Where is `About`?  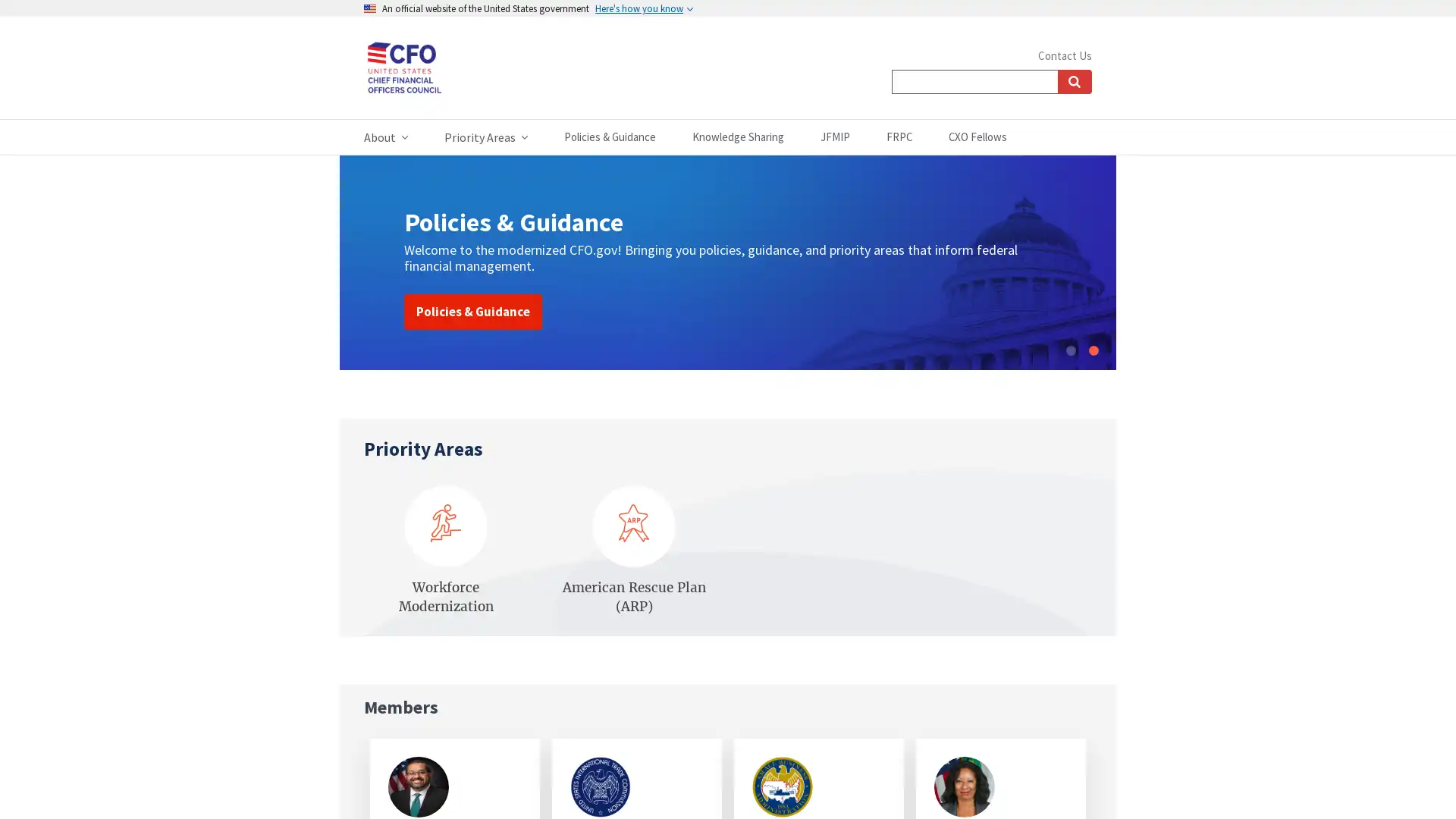 About is located at coordinates (385, 136).